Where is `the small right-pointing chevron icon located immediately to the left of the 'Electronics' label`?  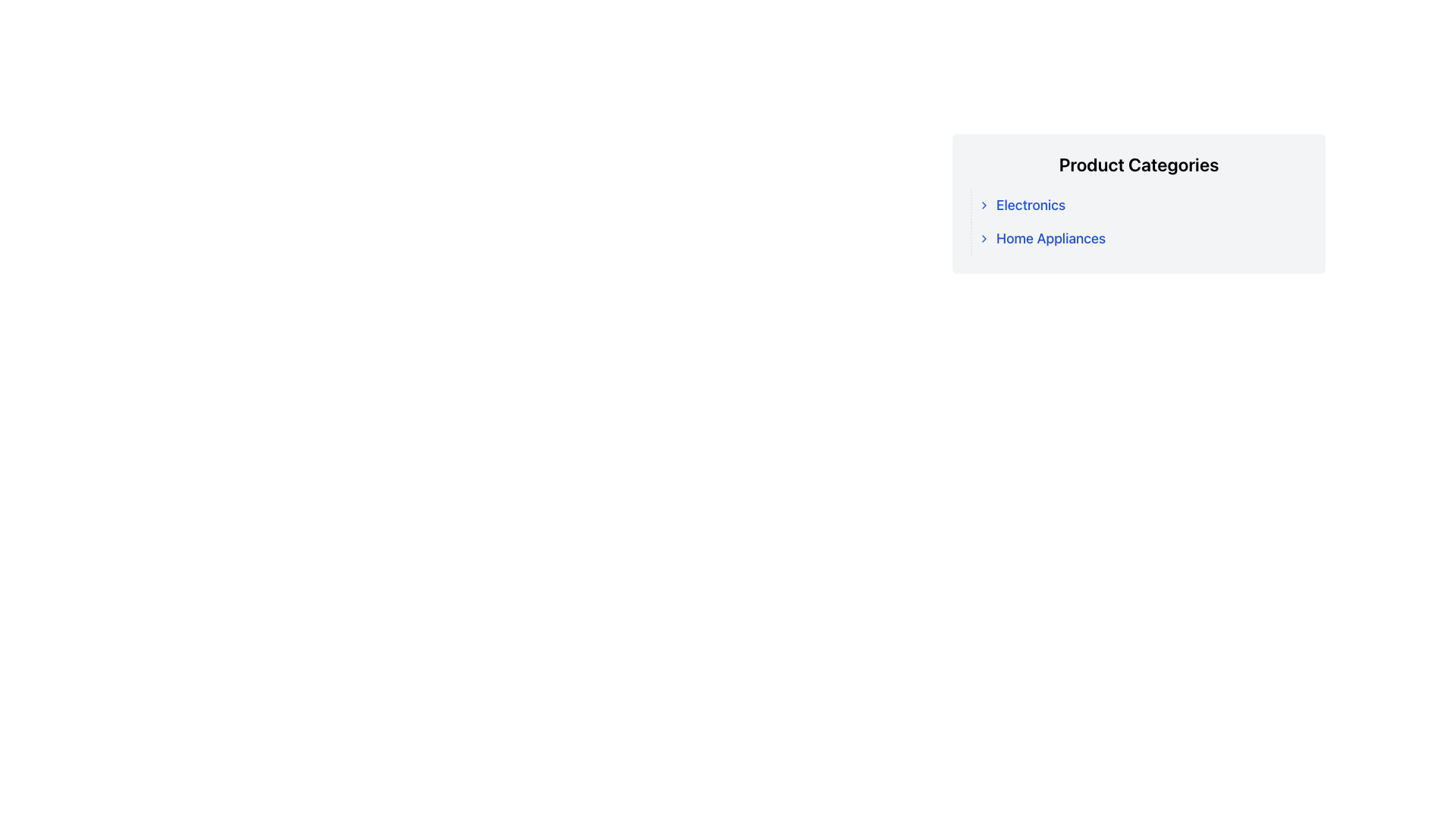
the small right-pointing chevron icon located immediately to the left of the 'Electronics' label is located at coordinates (984, 205).